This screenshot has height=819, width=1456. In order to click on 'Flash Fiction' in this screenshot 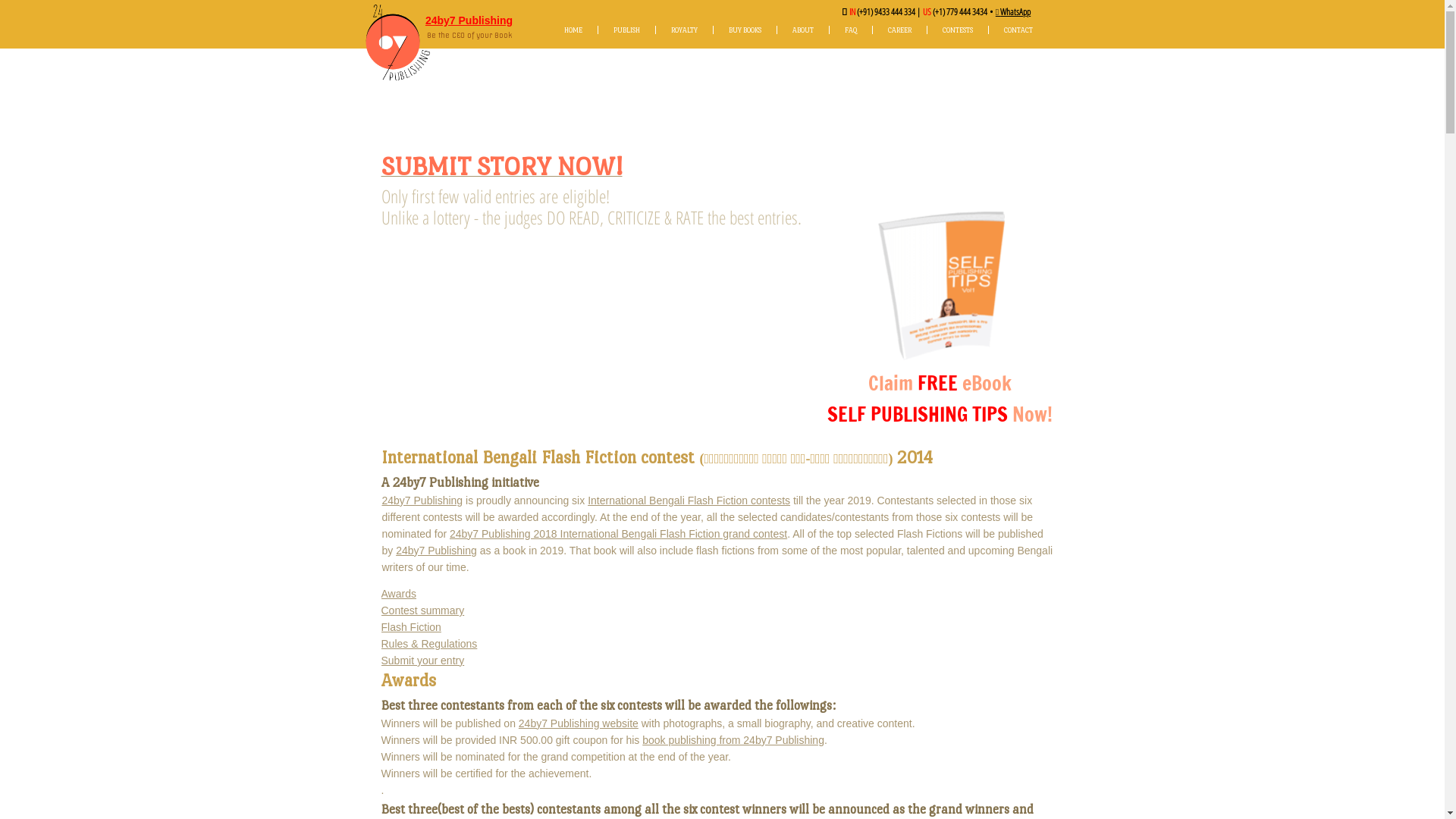, I will do `click(410, 626)`.